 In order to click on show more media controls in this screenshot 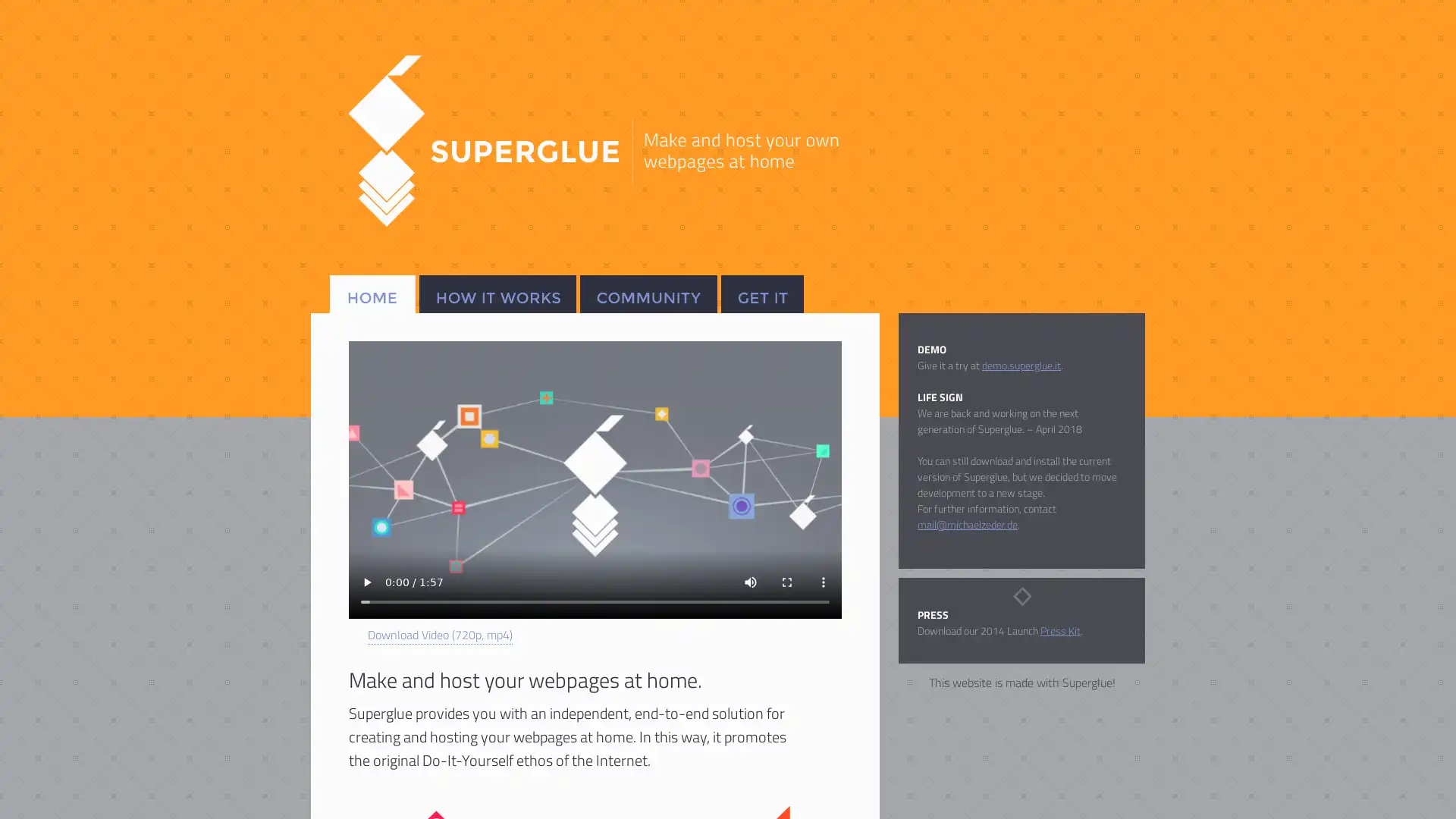, I will do `click(822, 581)`.